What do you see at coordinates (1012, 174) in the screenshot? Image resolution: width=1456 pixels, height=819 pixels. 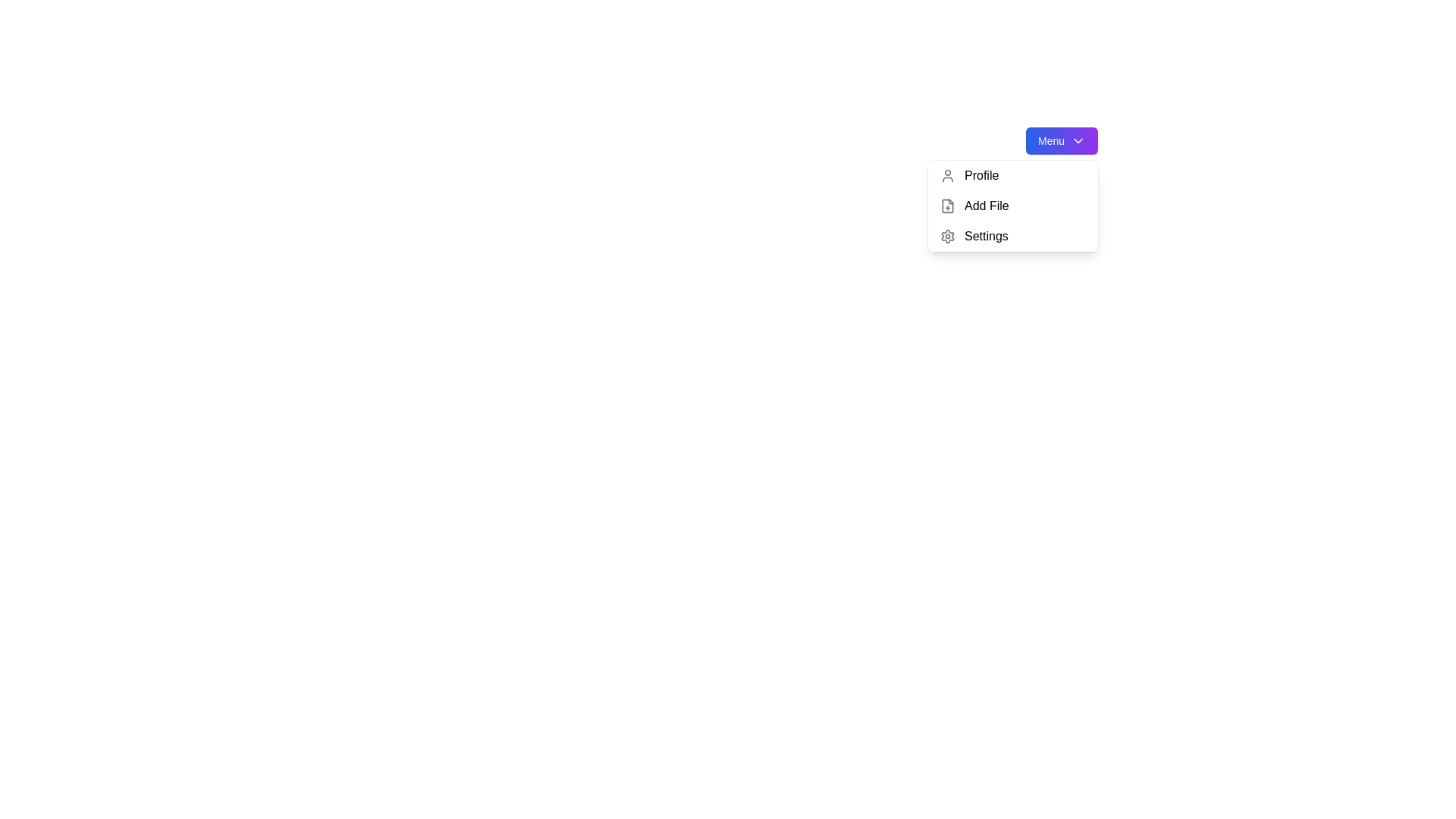 I see `the 'Profile' menu entry` at bounding box center [1012, 174].